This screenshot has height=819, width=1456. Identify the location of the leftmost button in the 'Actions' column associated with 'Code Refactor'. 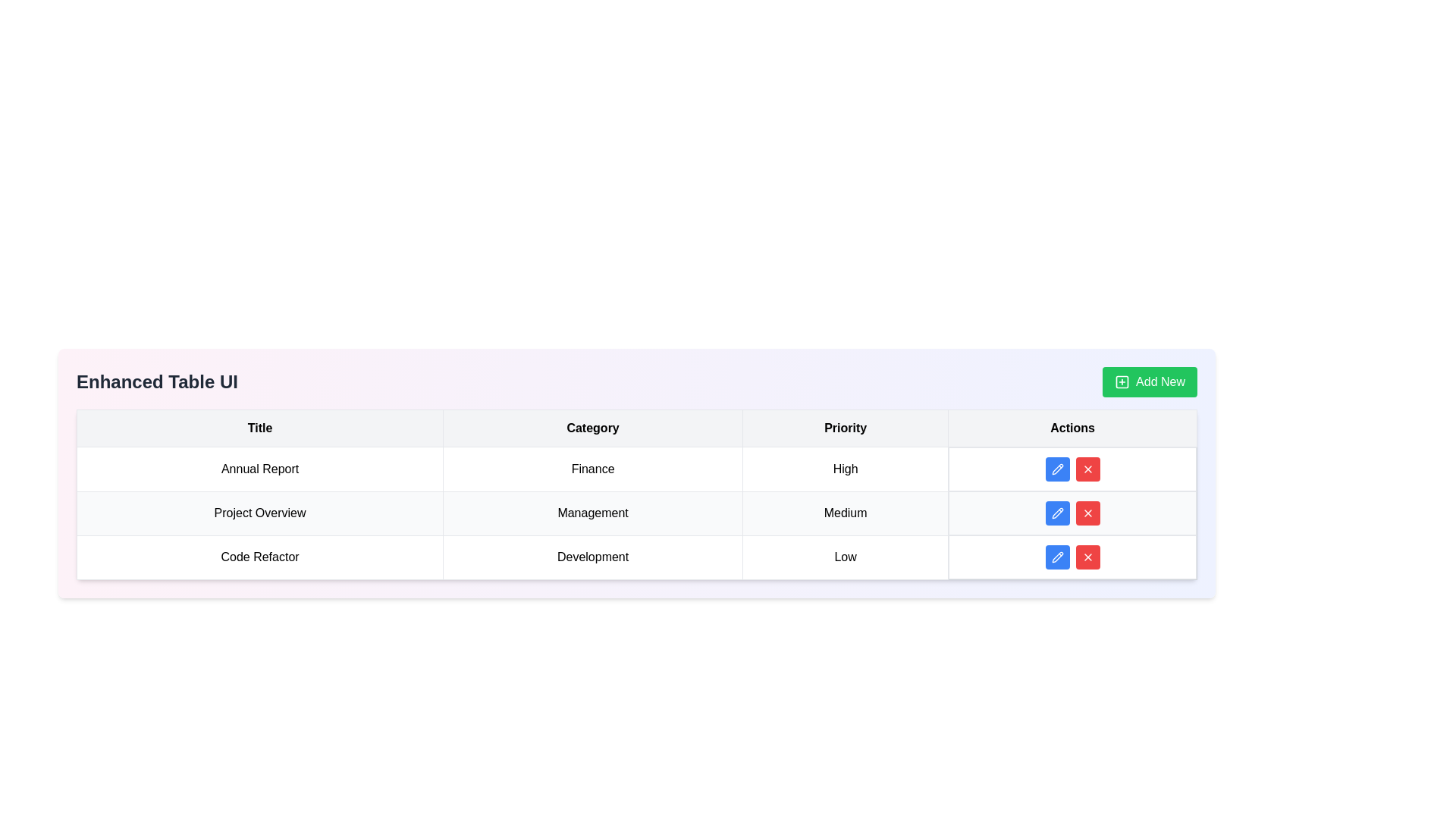
(1056, 557).